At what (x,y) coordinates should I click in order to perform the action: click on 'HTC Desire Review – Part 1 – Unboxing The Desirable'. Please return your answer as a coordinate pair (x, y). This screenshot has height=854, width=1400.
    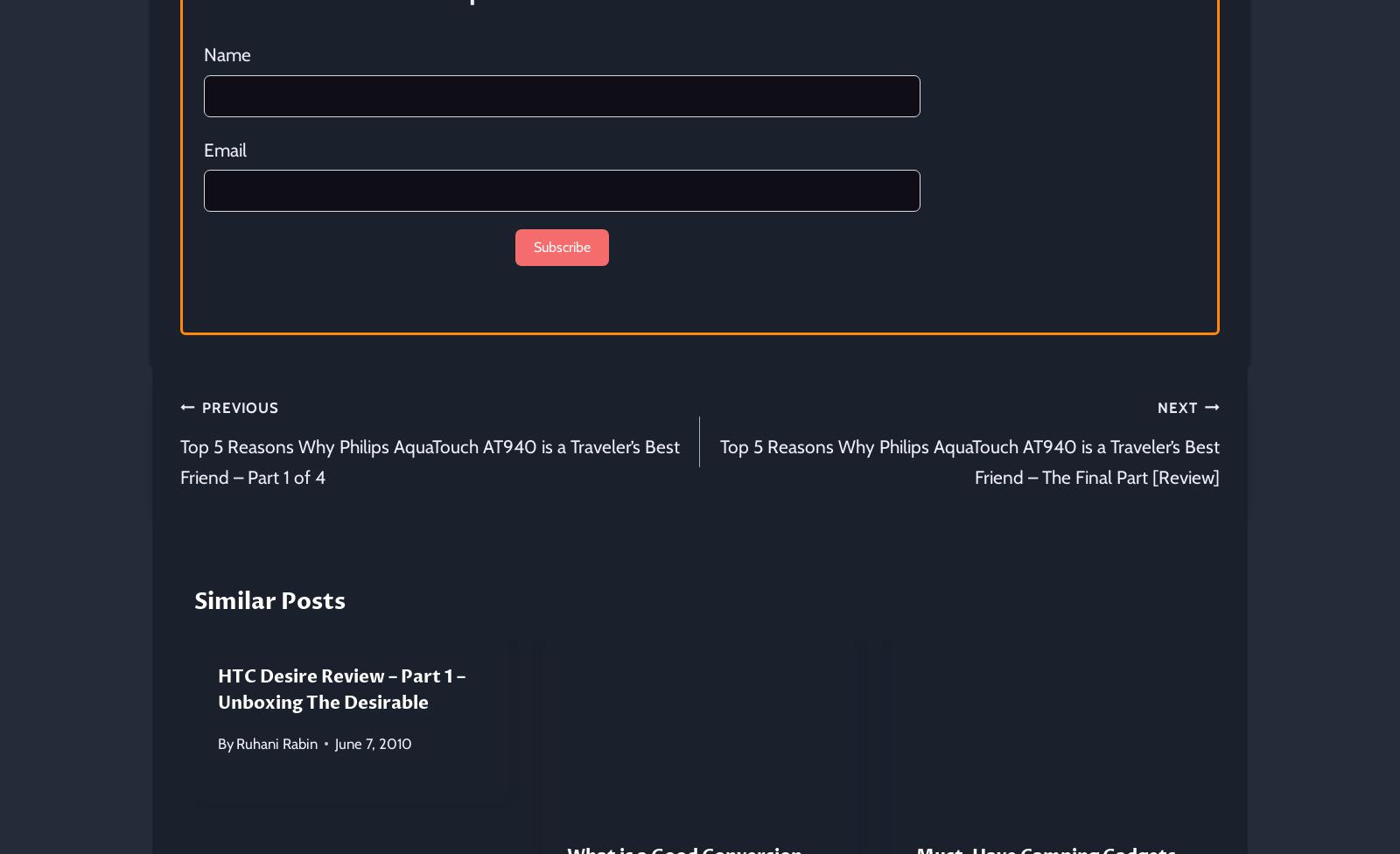
    Looking at the image, I should click on (341, 689).